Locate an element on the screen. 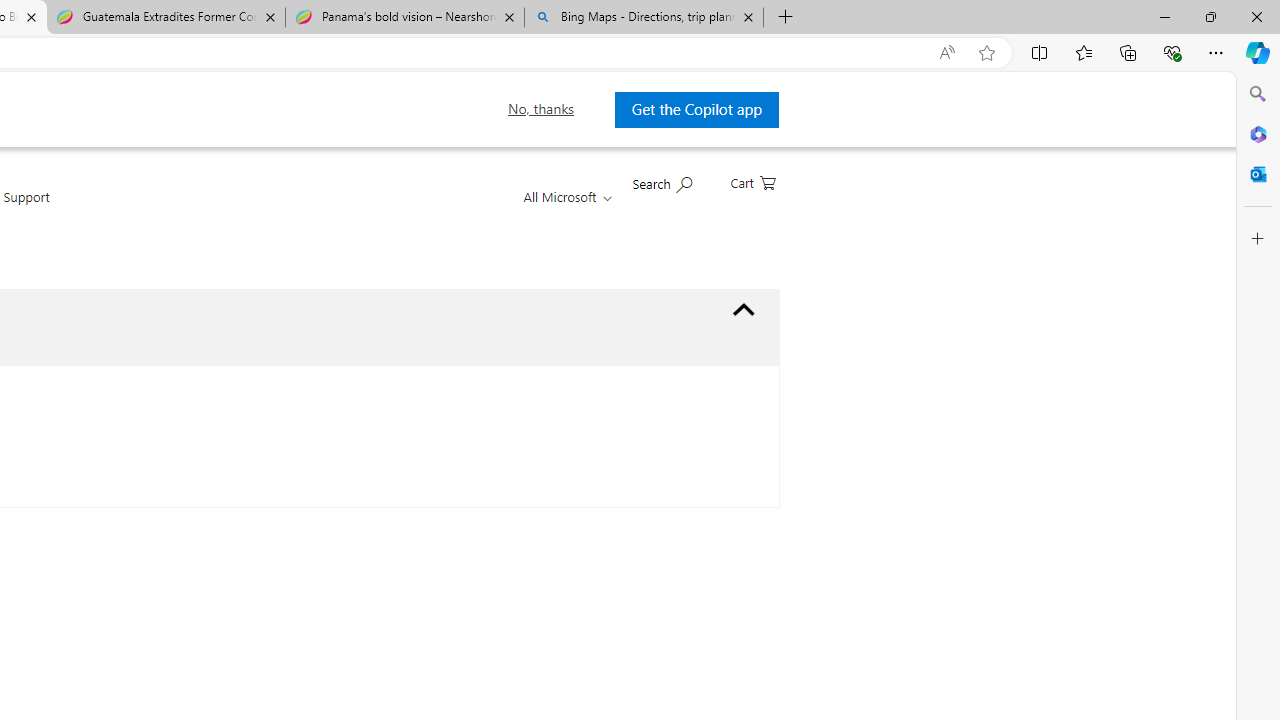 The height and width of the screenshot is (720, 1280). 'Get the Copilot app ' is located at coordinates (696, 109).